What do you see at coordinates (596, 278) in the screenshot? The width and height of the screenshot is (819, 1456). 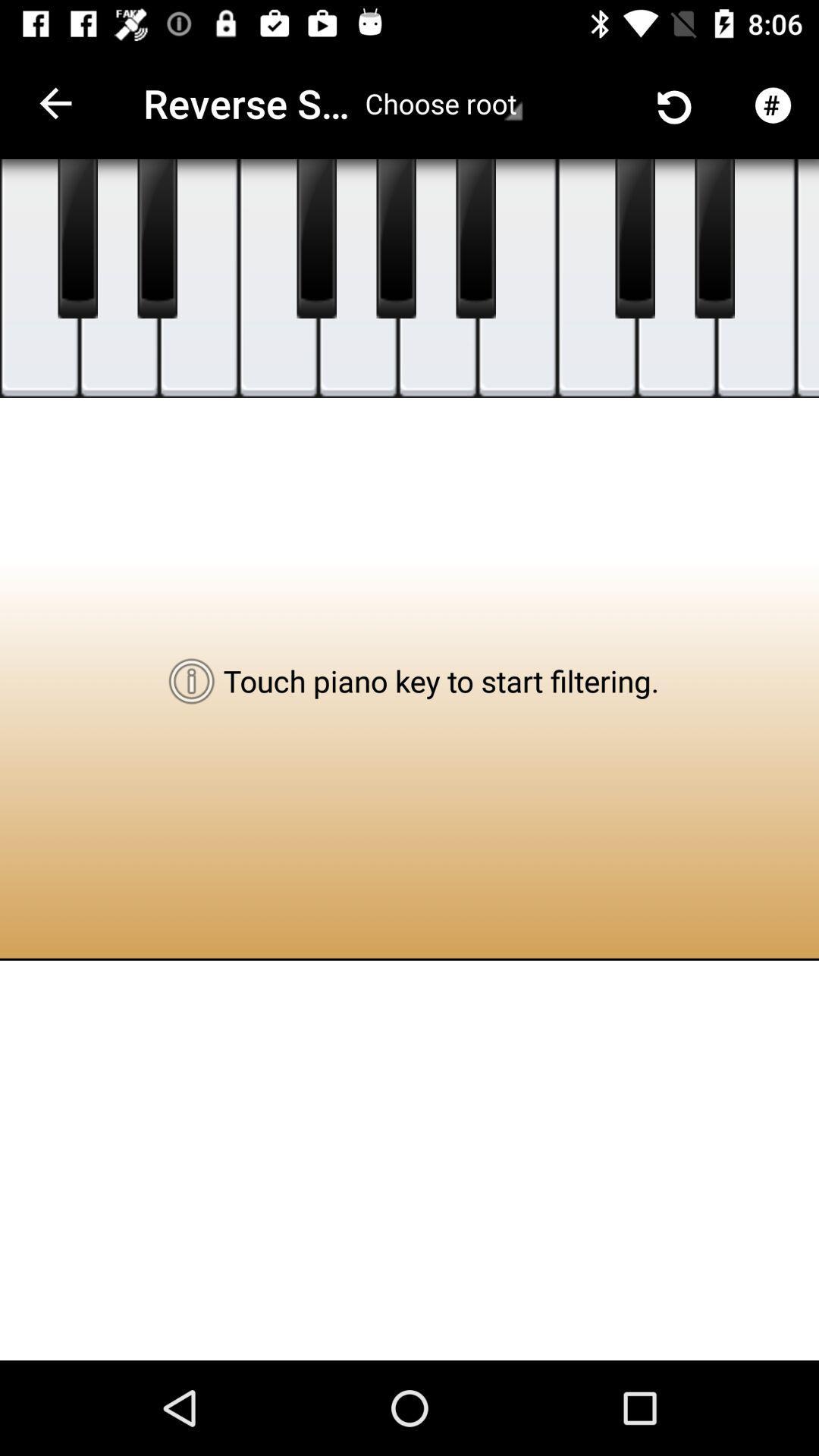 I see `start filtering` at bounding box center [596, 278].